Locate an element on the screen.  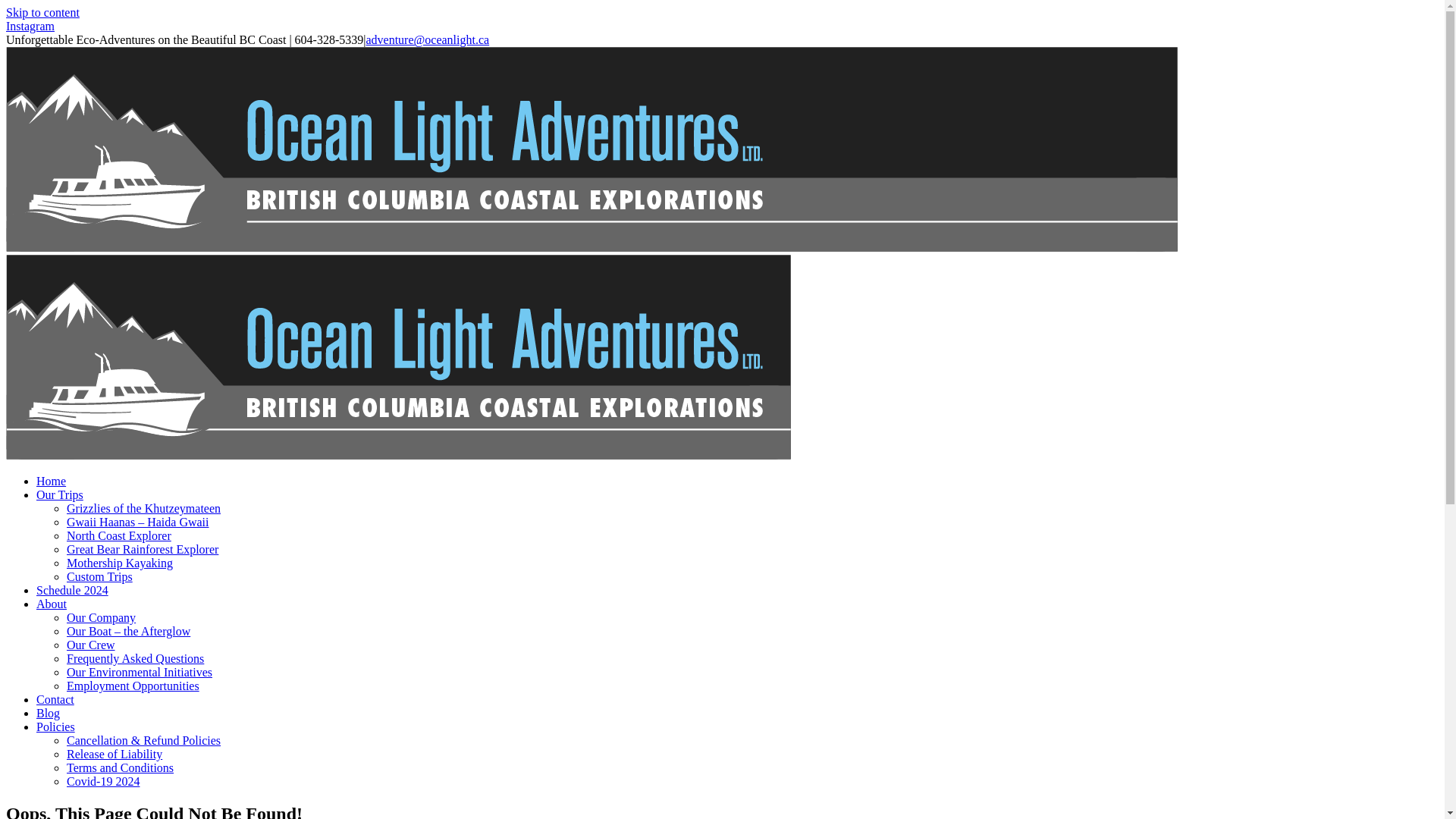
'Our Trips' is located at coordinates (59, 494).